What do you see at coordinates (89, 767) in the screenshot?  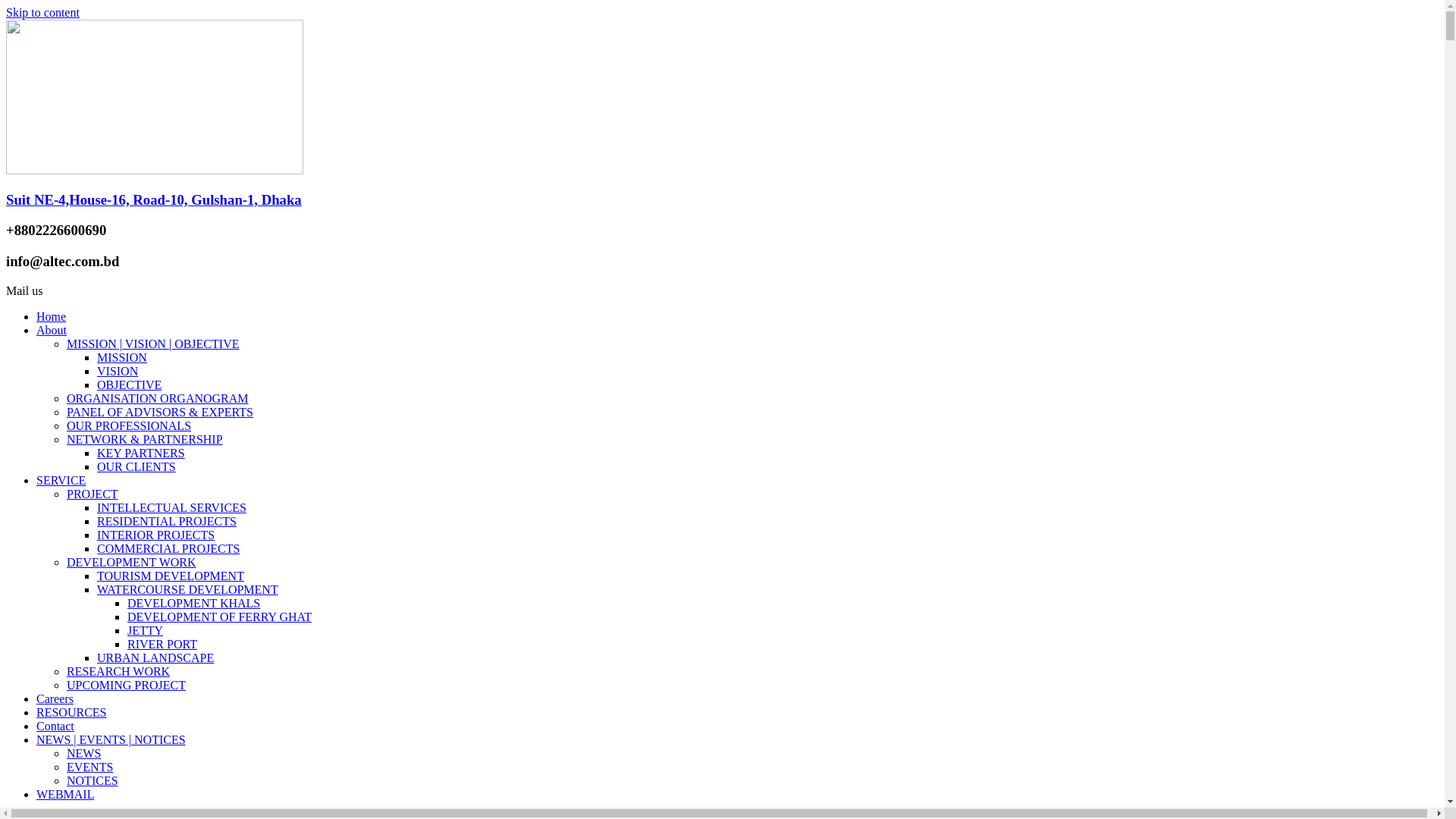 I see `'EVENTS'` at bounding box center [89, 767].